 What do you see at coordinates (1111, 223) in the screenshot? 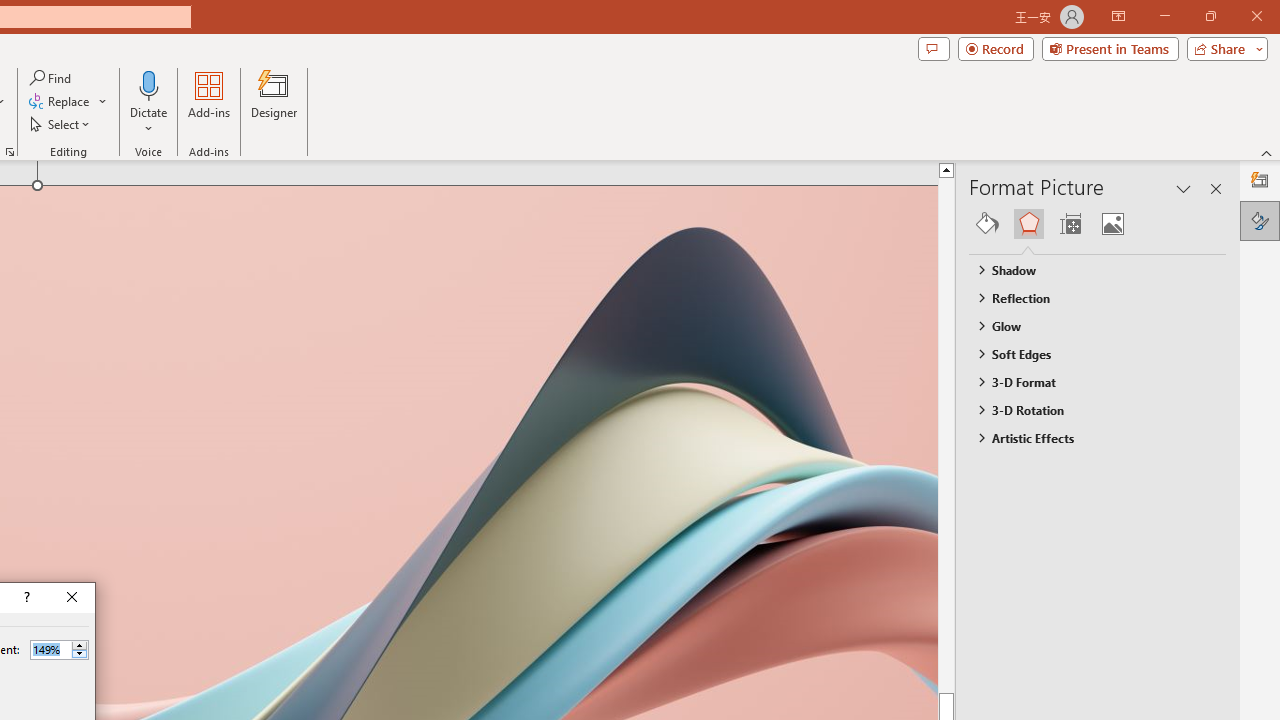
I see `'Picture'` at bounding box center [1111, 223].